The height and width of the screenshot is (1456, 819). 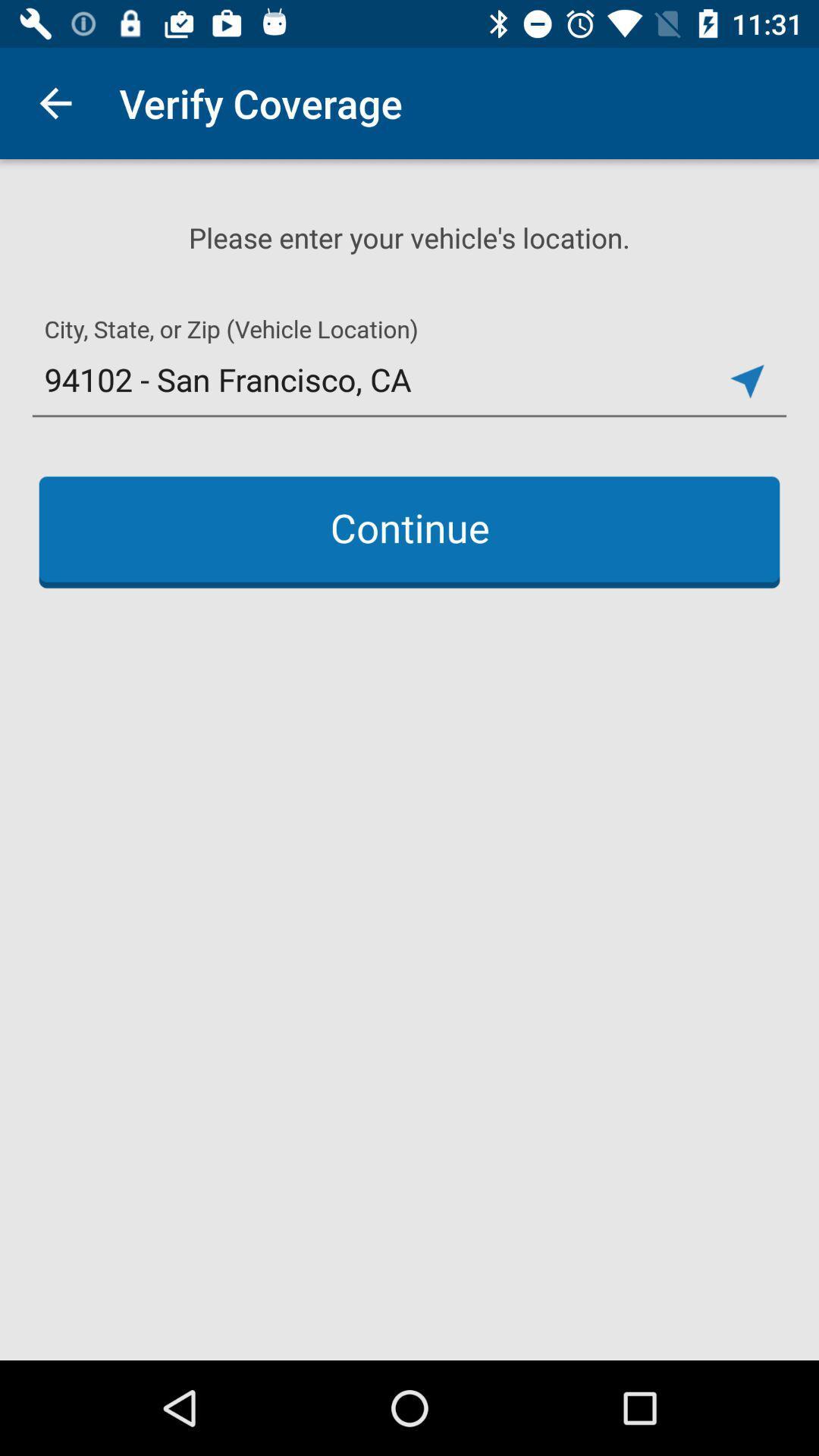 I want to click on the navigation icon, so click(x=746, y=381).